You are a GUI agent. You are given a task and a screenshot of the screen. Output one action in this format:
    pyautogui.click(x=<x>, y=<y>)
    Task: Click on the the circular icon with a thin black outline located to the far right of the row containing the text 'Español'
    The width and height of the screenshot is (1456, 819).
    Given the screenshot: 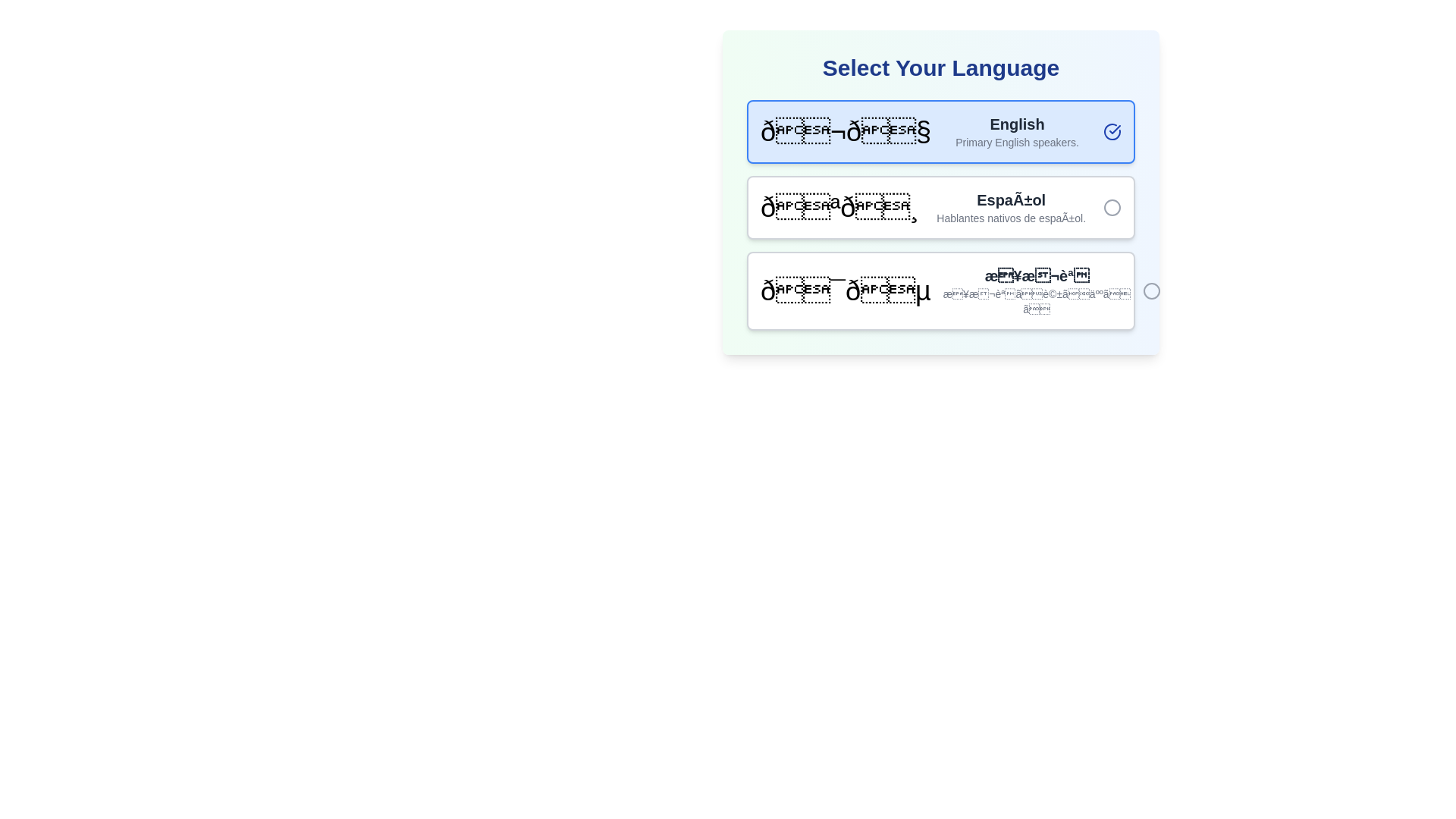 What is the action you would take?
    pyautogui.click(x=1112, y=207)
    